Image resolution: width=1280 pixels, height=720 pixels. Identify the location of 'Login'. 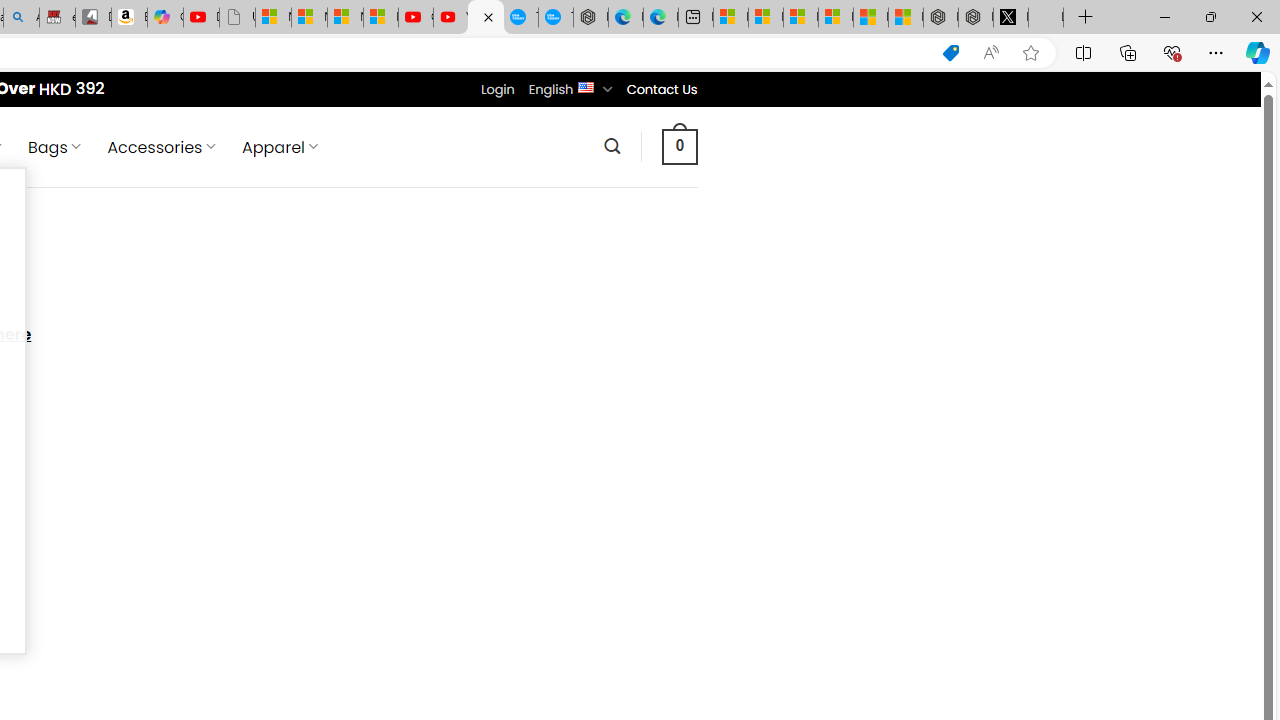
(497, 88).